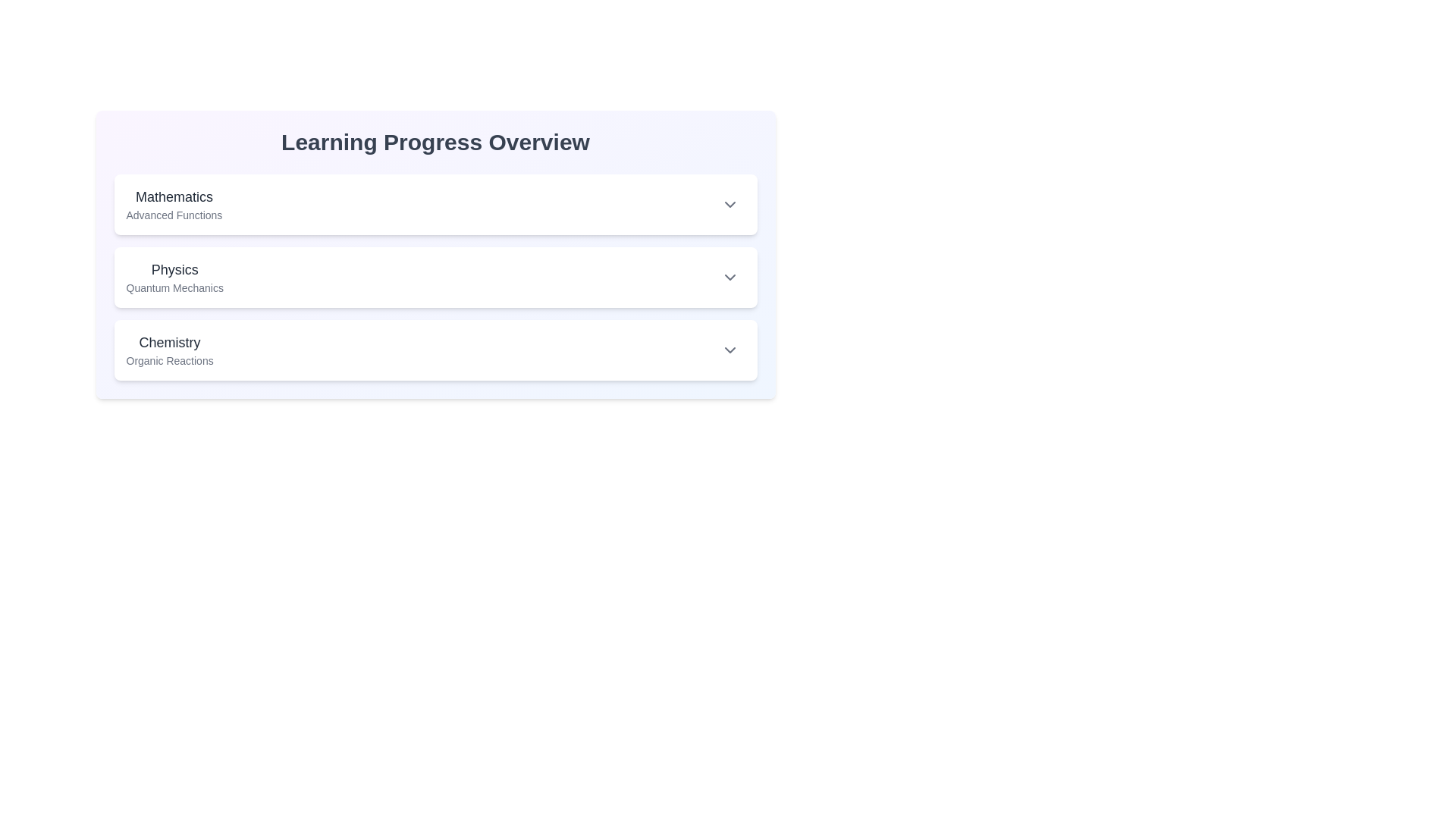  Describe the element at coordinates (174, 215) in the screenshot. I see `the descriptive subtitle element located under the 'Mathematics' header, which represents a specific area relating to 'Mathematics'` at that location.